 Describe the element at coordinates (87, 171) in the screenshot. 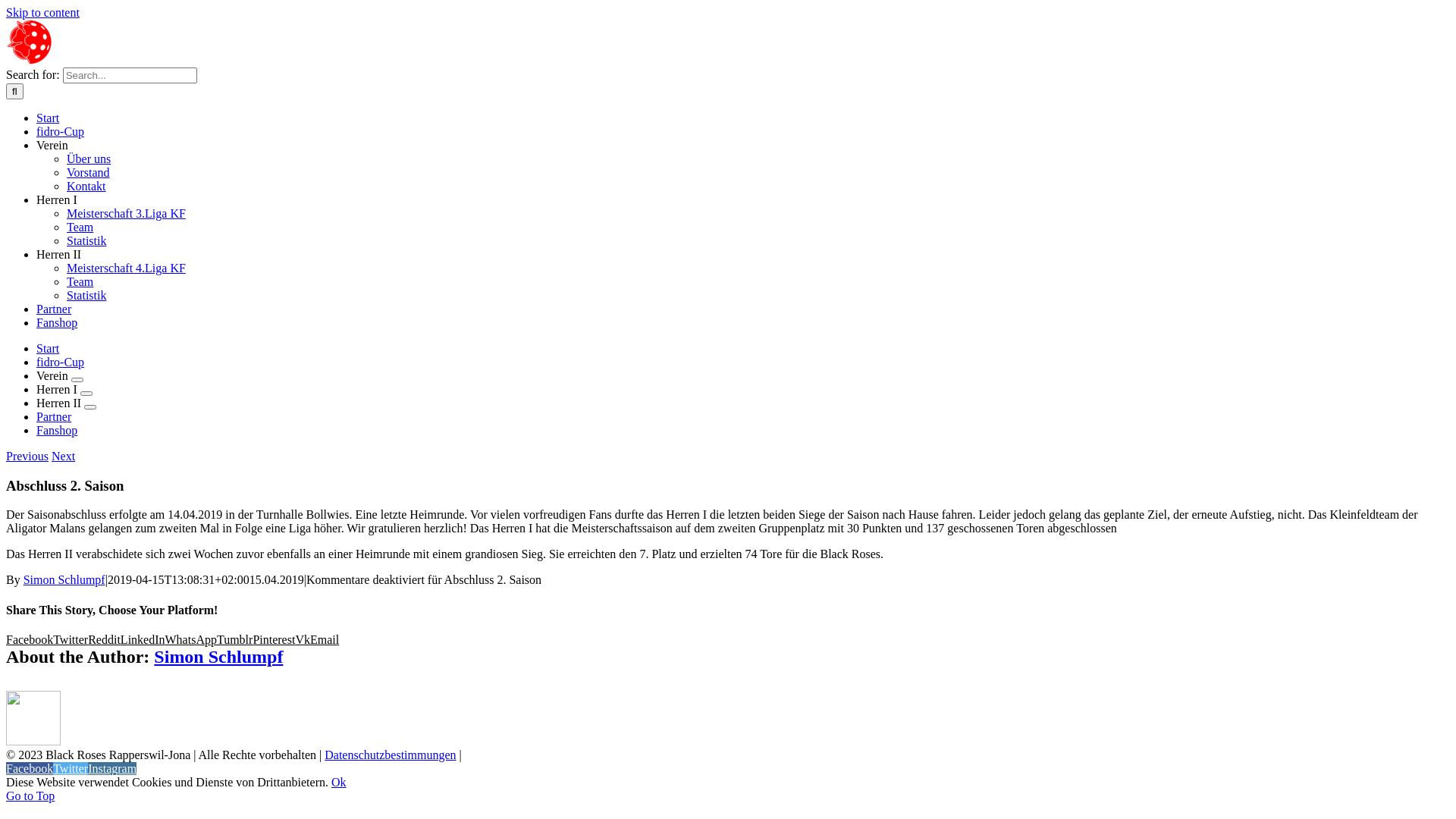

I see `'Vorstand'` at that location.